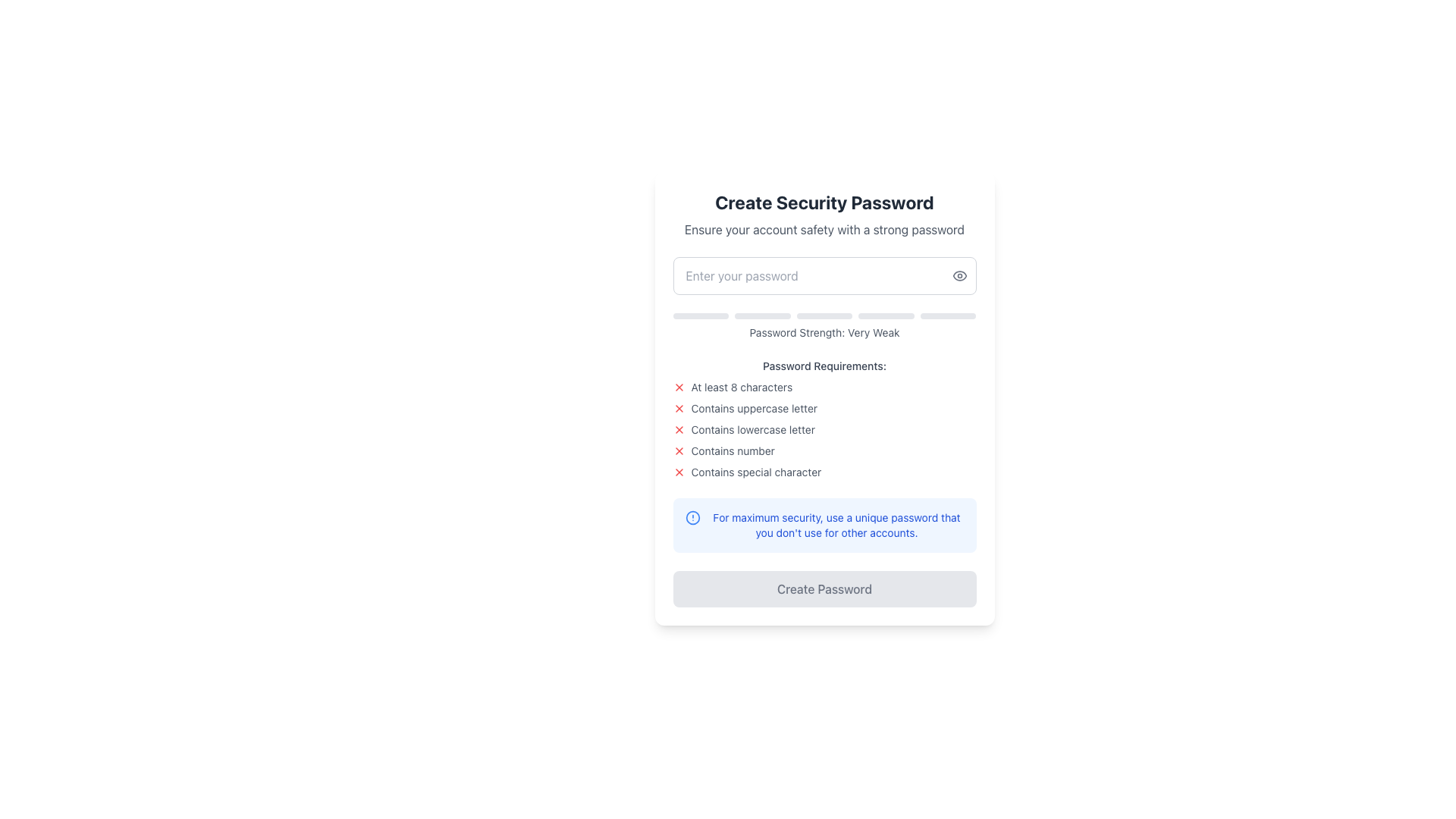  I want to click on the text label displaying 'Contains uppercase letter', which is the second item in the password requirement list and is located to the right of a red-colored cross icon, so click(754, 408).